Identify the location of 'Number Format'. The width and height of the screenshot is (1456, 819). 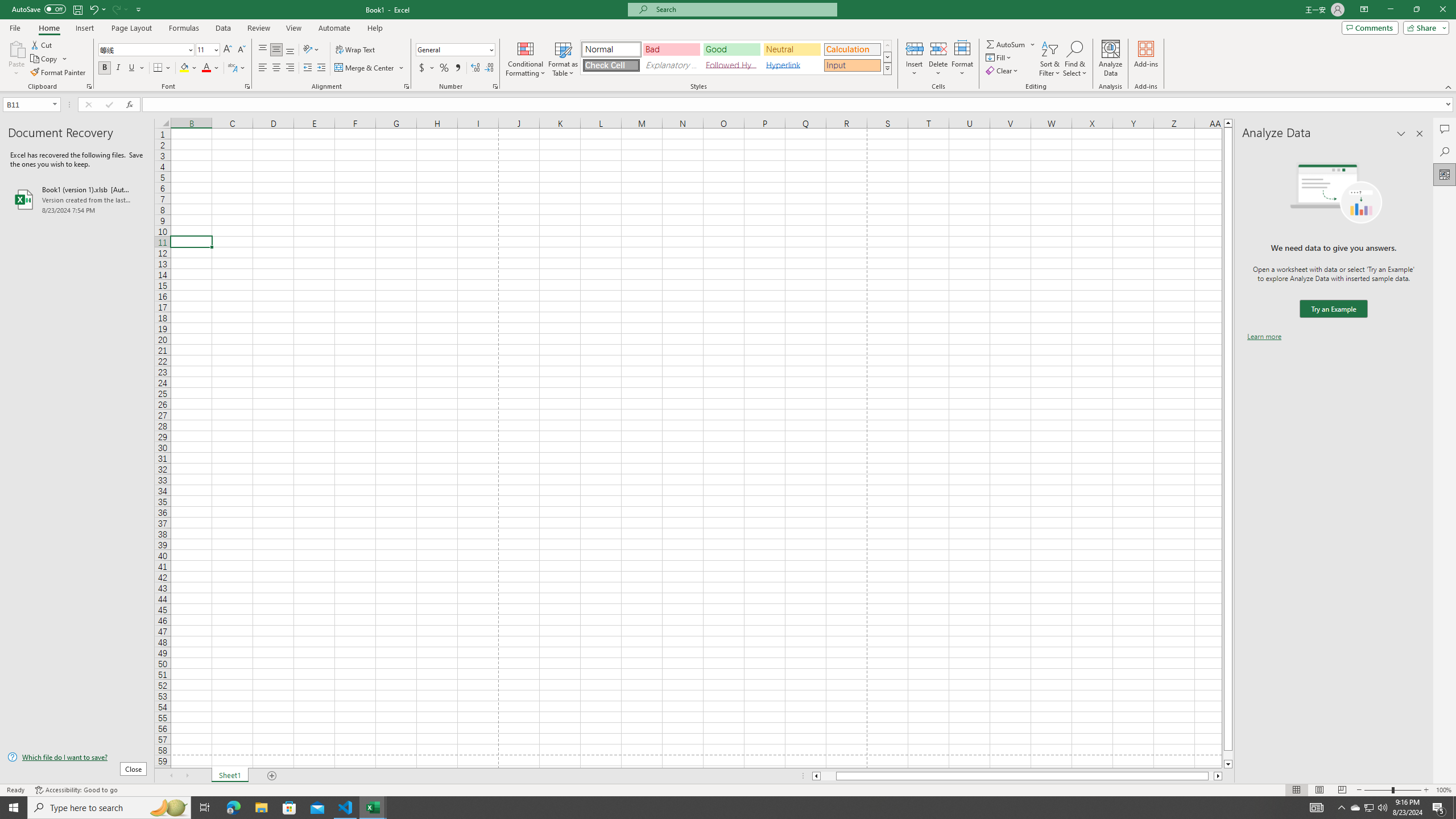
(452, 49).